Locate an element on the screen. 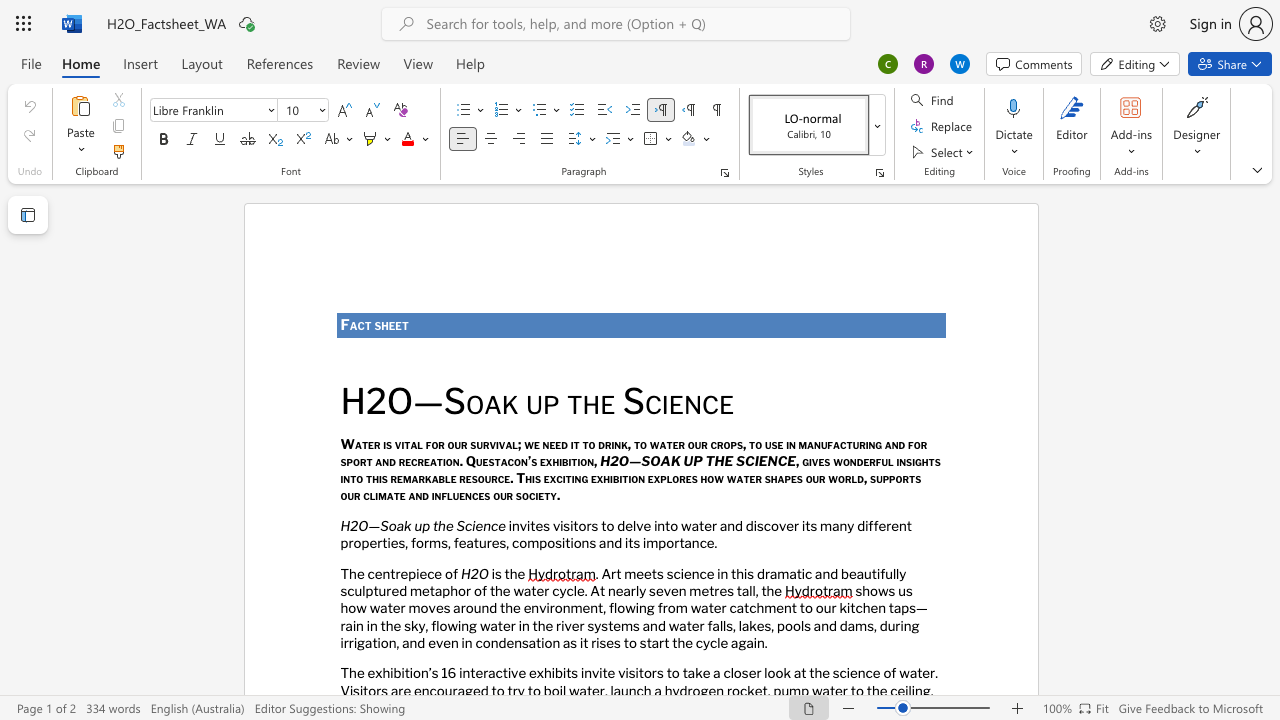  the 1th character "r" in the text is located at coordinates (509, 495).